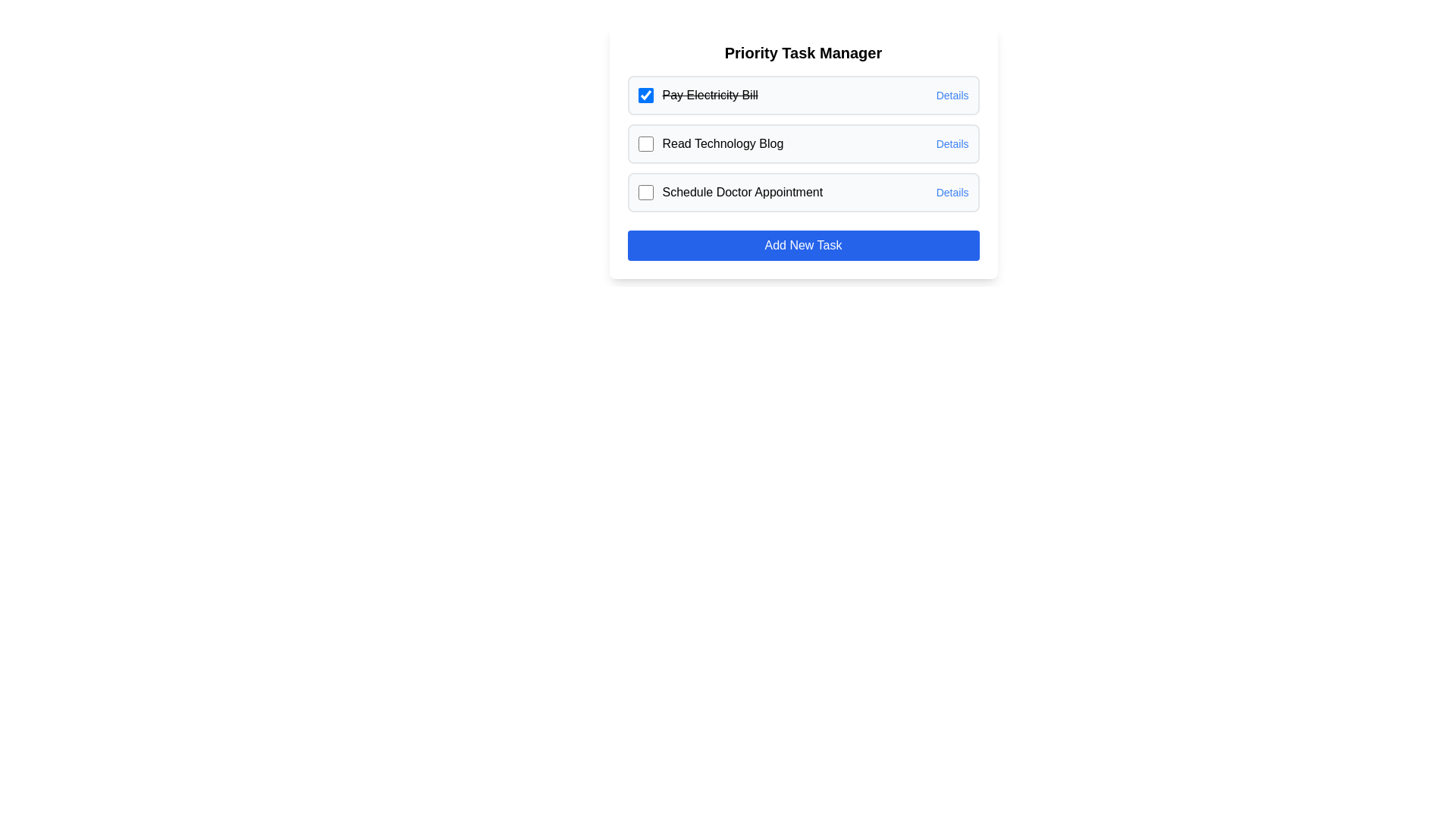 This screenshot has height=819, width=1456. Describe the element at coordinates (952, 96) in the screenshot. I see `the 'Details' link for the task 'Pay Electricity Bill'` at that location.